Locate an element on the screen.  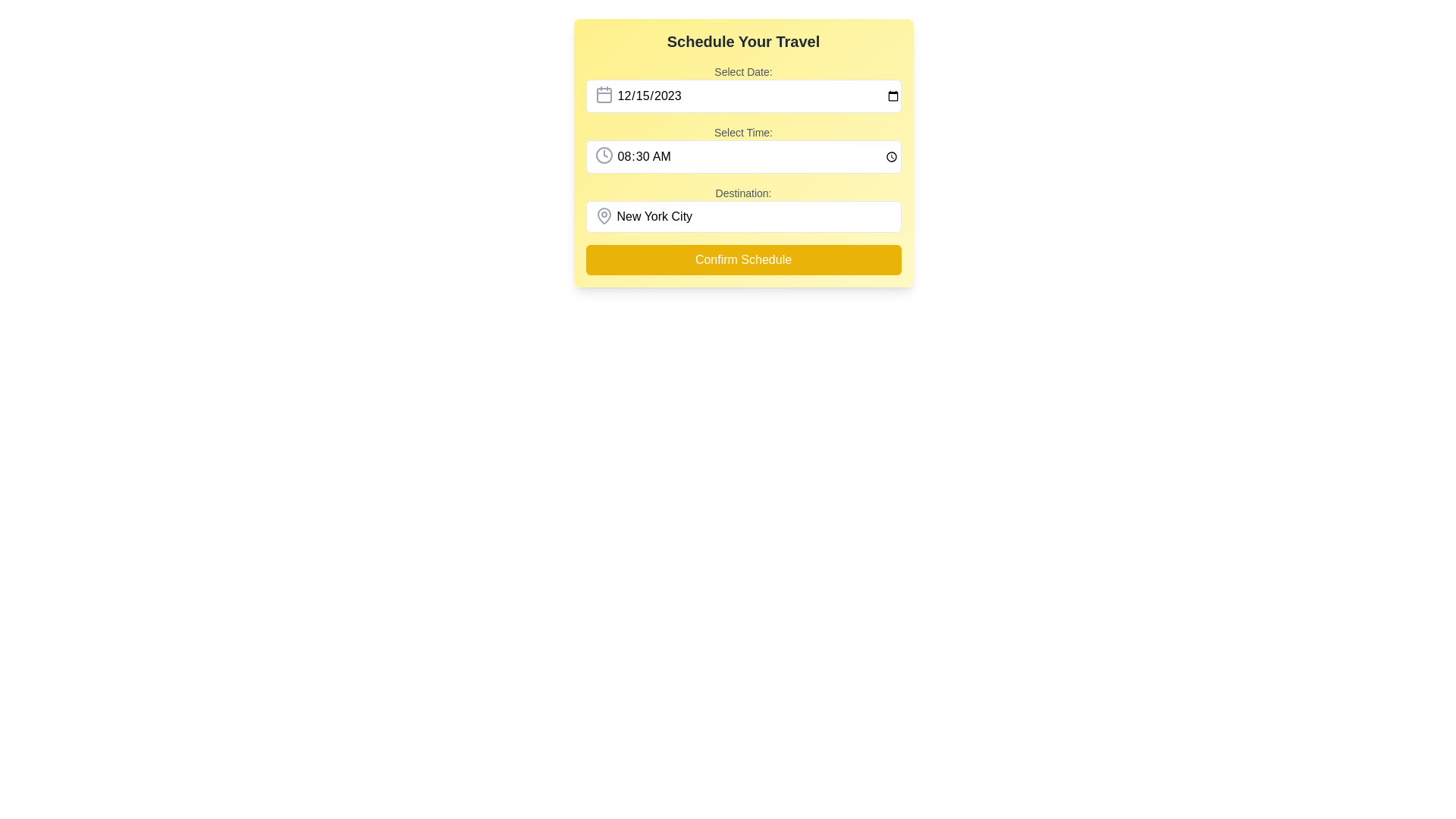
the decorative location indicator SVG icon positioned to the left of the 'Destination' input box in the 'Schedule Your Travel' form is located at coordinates (603, 216).